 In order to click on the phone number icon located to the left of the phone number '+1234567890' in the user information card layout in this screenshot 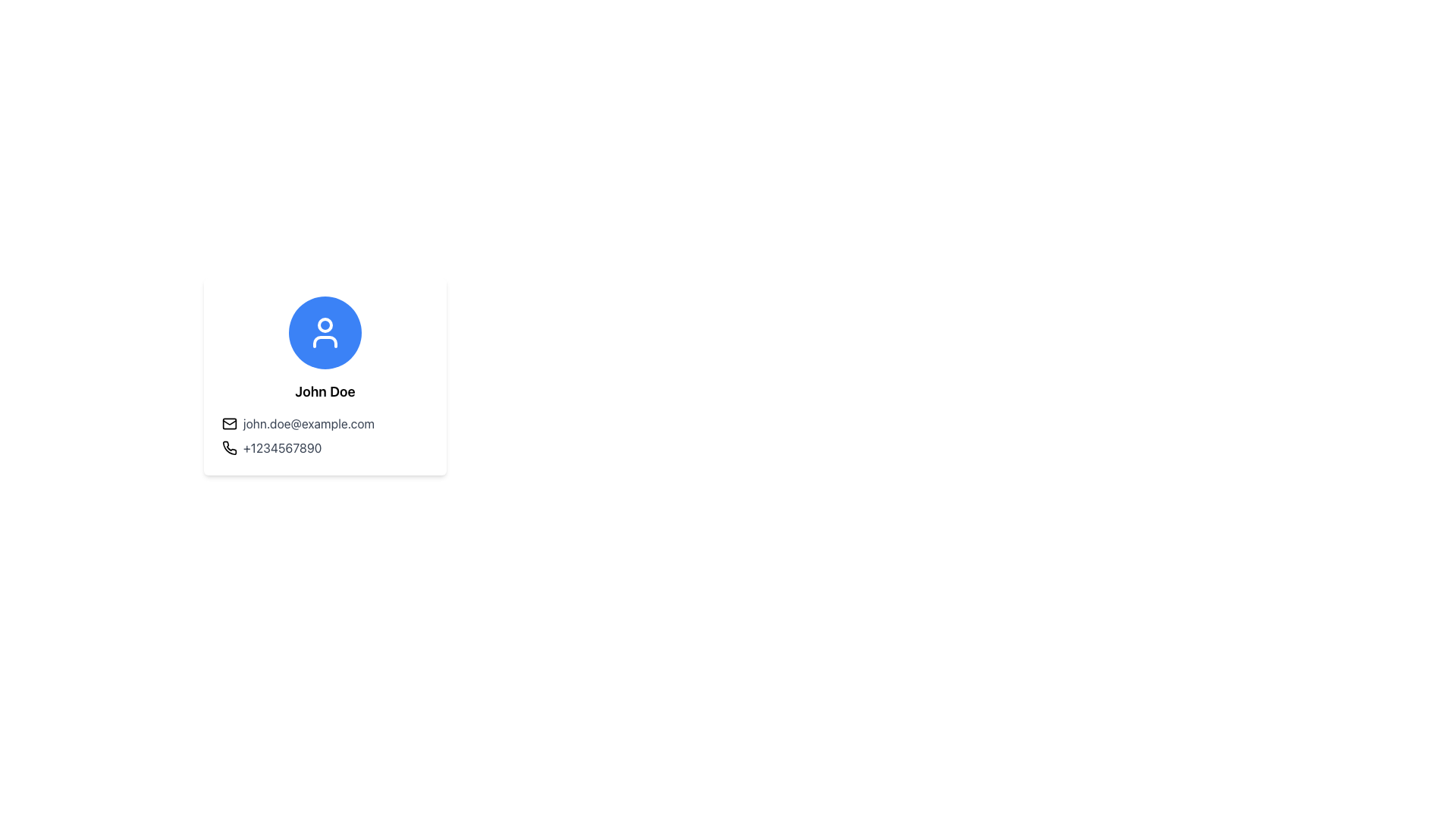, I will do `click(228, 447)`.